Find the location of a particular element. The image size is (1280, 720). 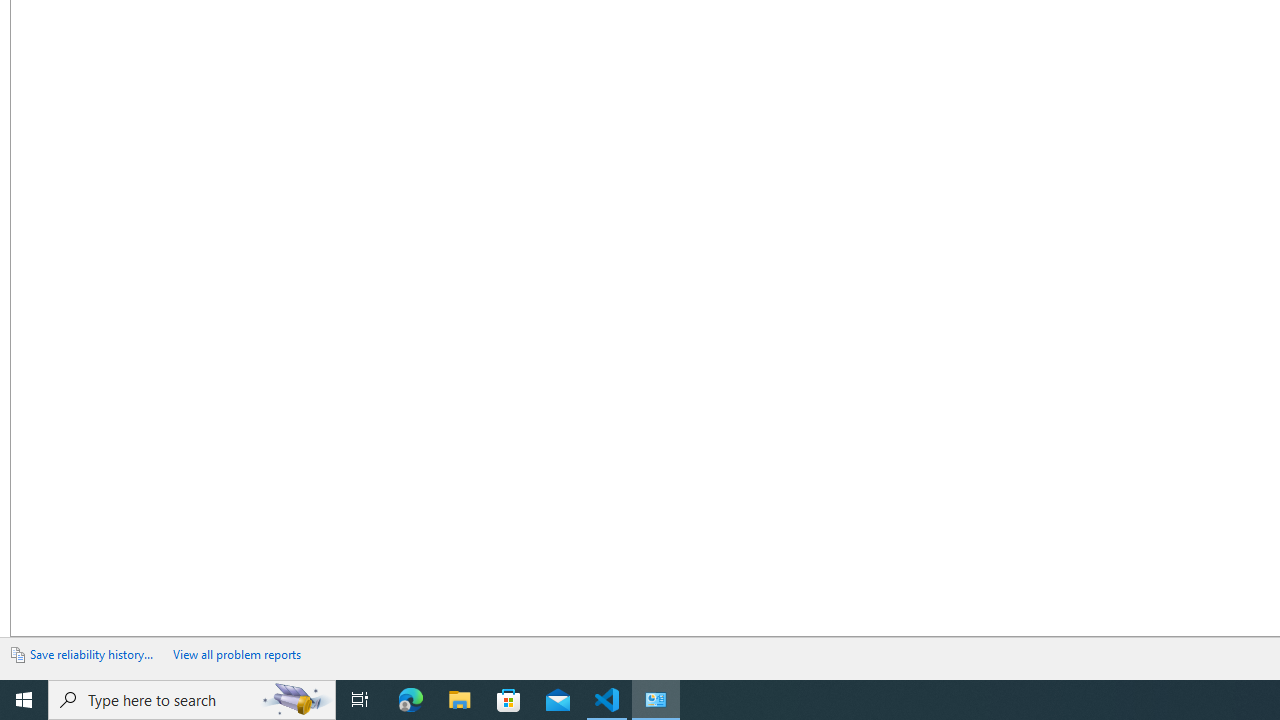

'View all problem reports' is located at coordinates (236, 654).